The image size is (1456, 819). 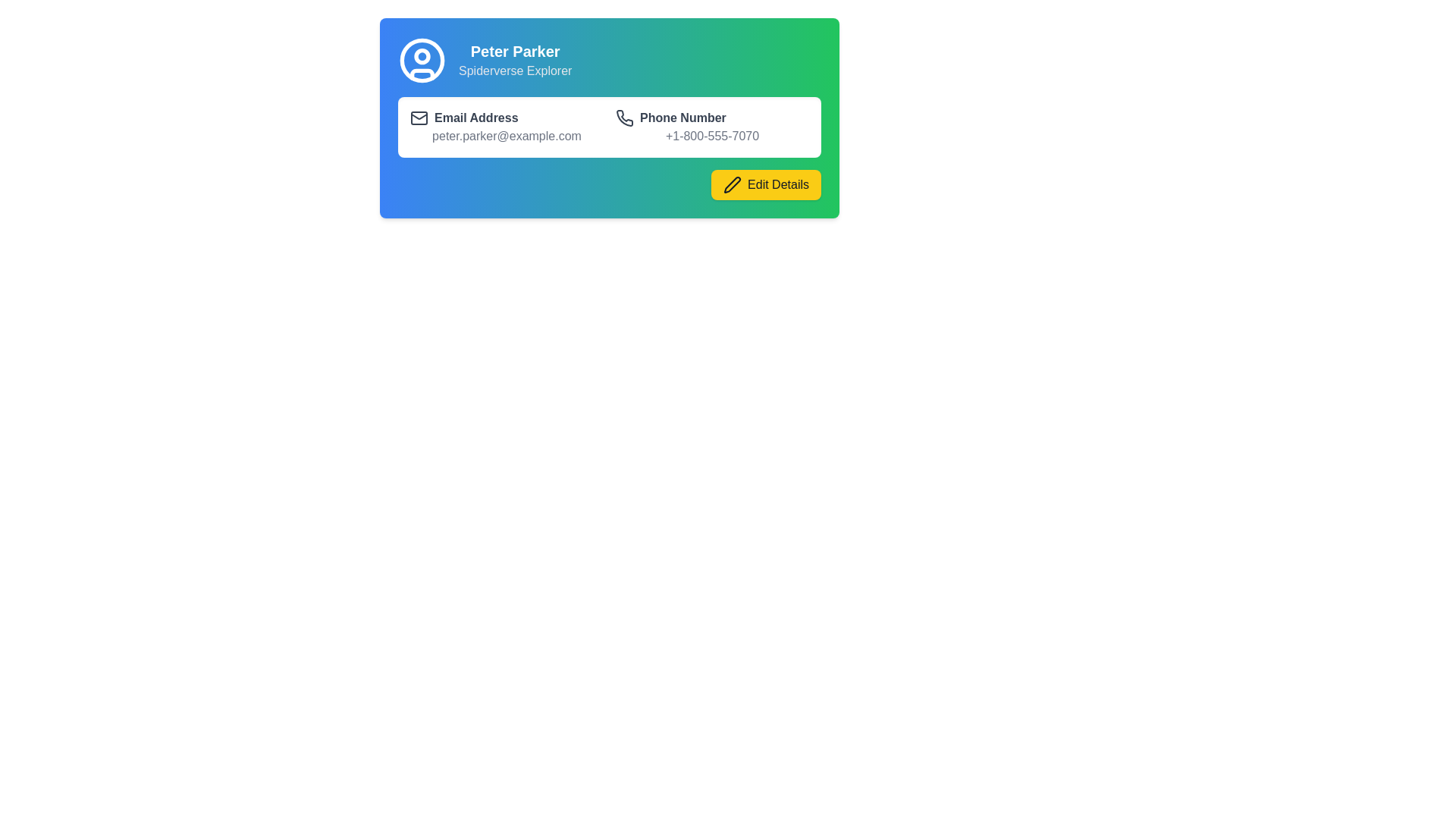 What do you see at coordinates (515, 60) in the screenshot?
I see `the text block displaying 'Peter Parker' and 'Spiderverse Explorer', which is positioned to the right of a user icon and has a gradient background` at bounding box center [515, 60].